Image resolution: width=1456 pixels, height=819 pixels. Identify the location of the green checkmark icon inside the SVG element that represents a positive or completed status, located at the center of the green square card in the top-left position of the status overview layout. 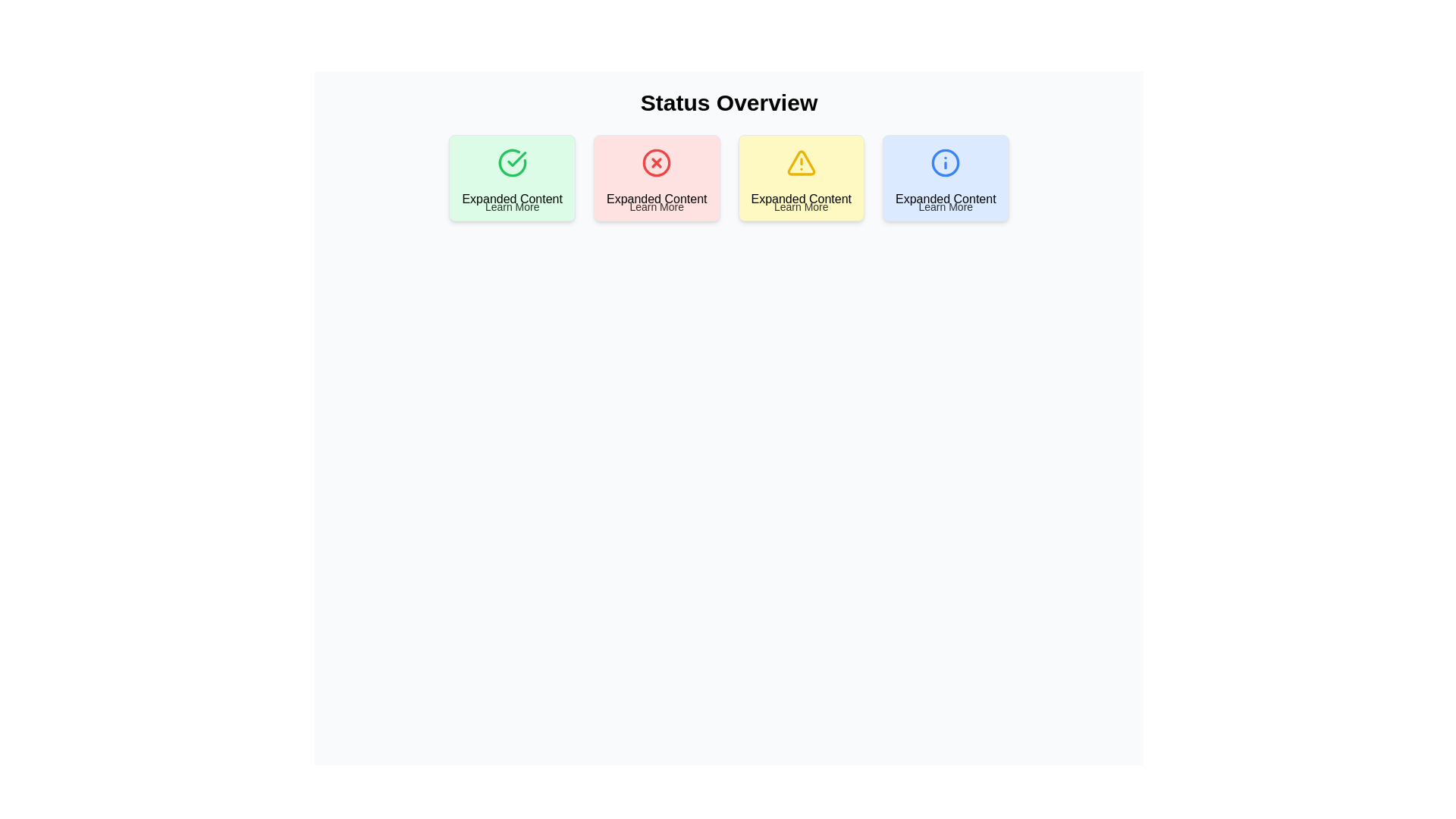
(516, 158).